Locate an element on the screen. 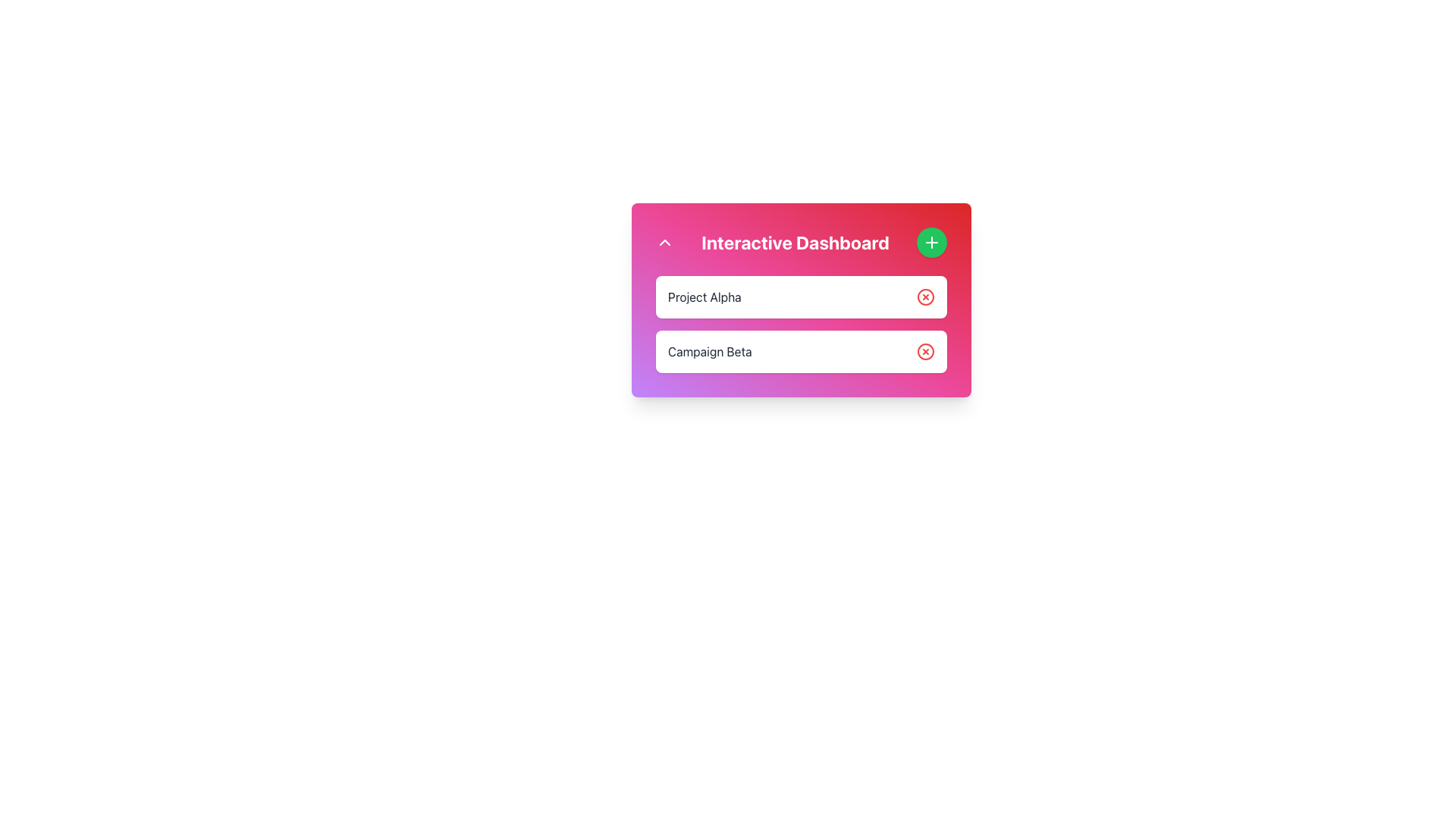  the delete icon button located to the far-right of the 'Campaign Beta' section is located at coordinates (924, 351).